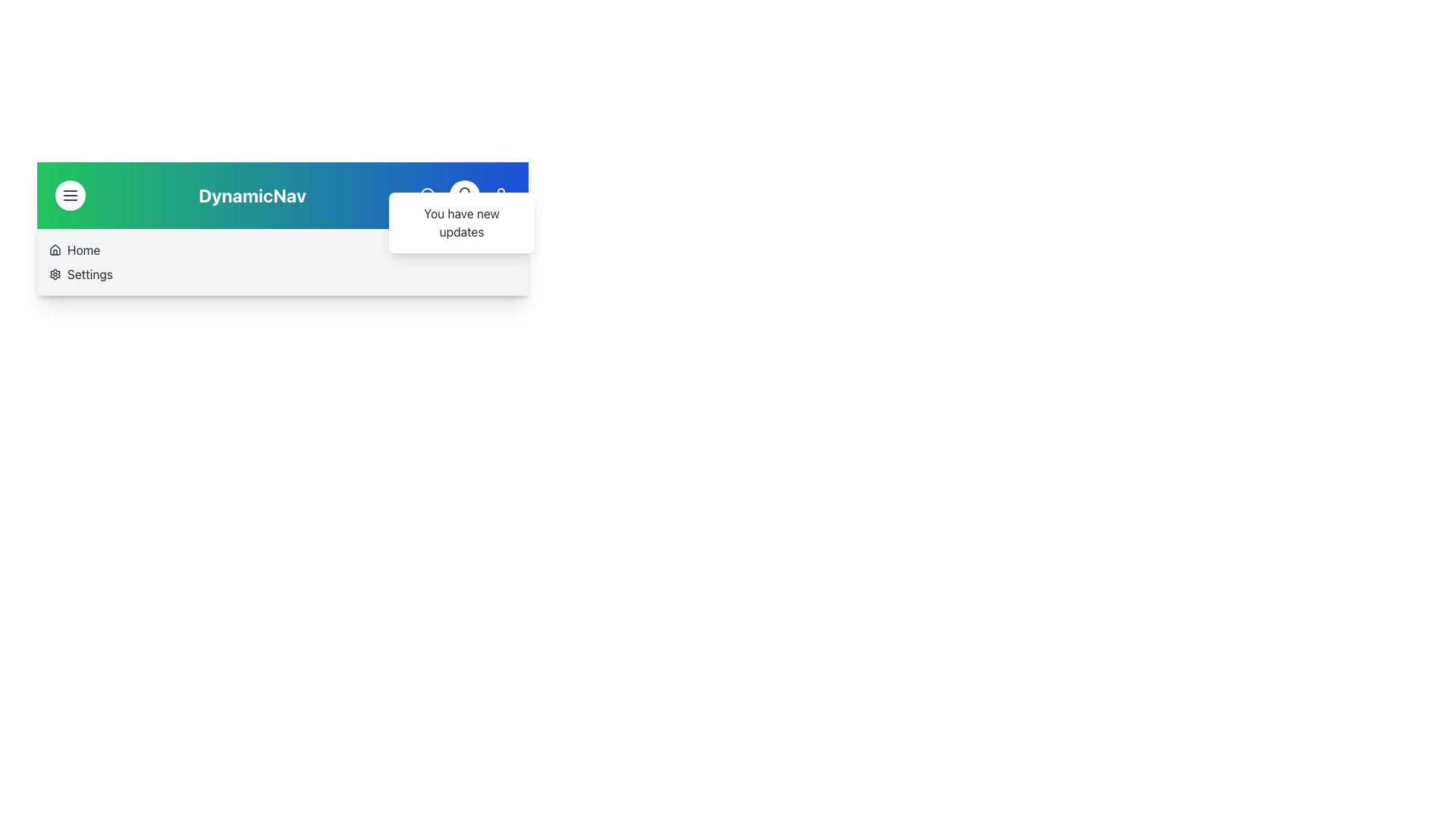  What do you see at coordinates (426, 194) in the screenshot?
I see `the inner circle of the search icon located at the top-right section of the interface` at bounding box center [426, 194].